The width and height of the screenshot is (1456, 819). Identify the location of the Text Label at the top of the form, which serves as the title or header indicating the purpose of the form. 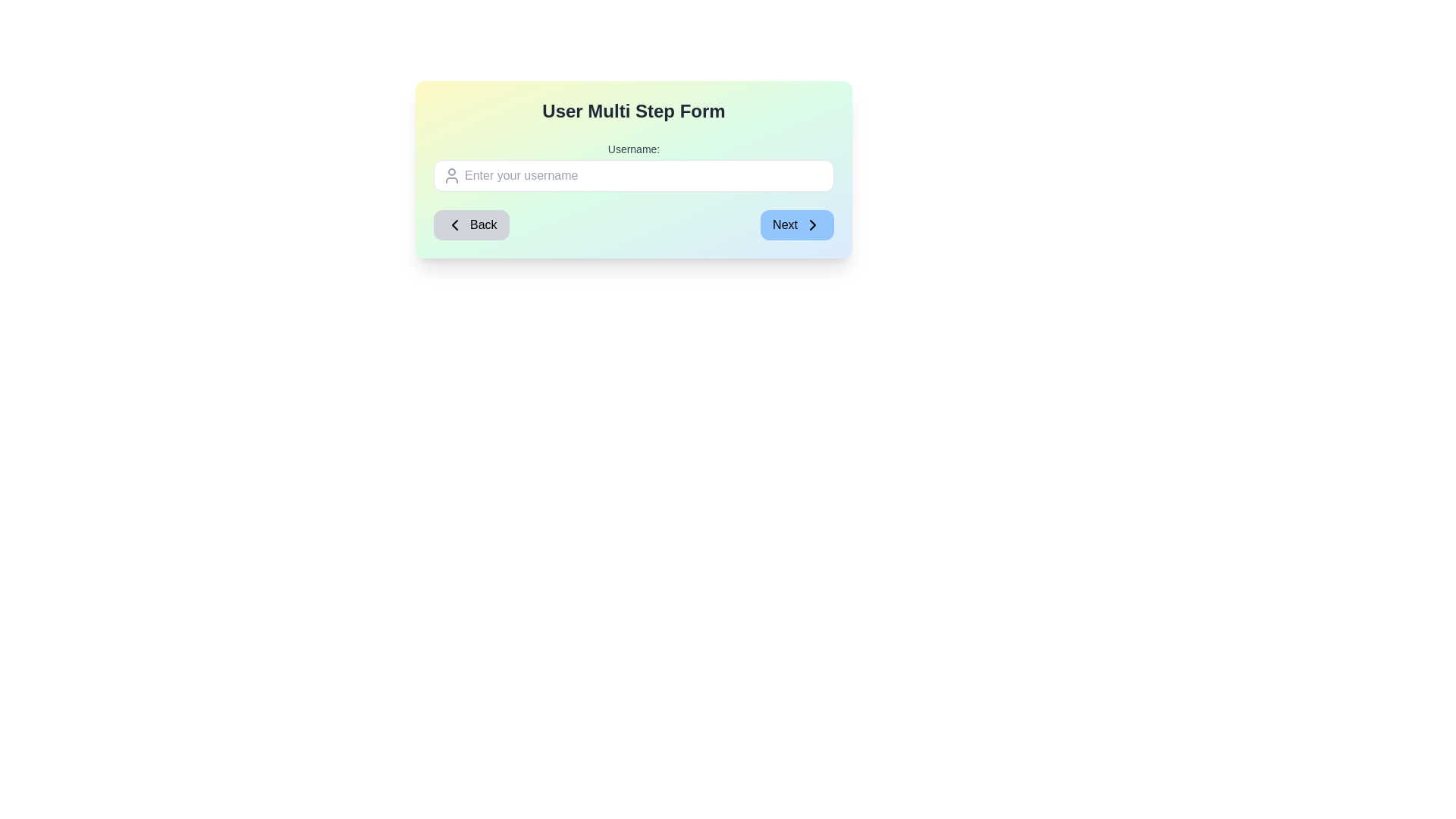
(633, 110).